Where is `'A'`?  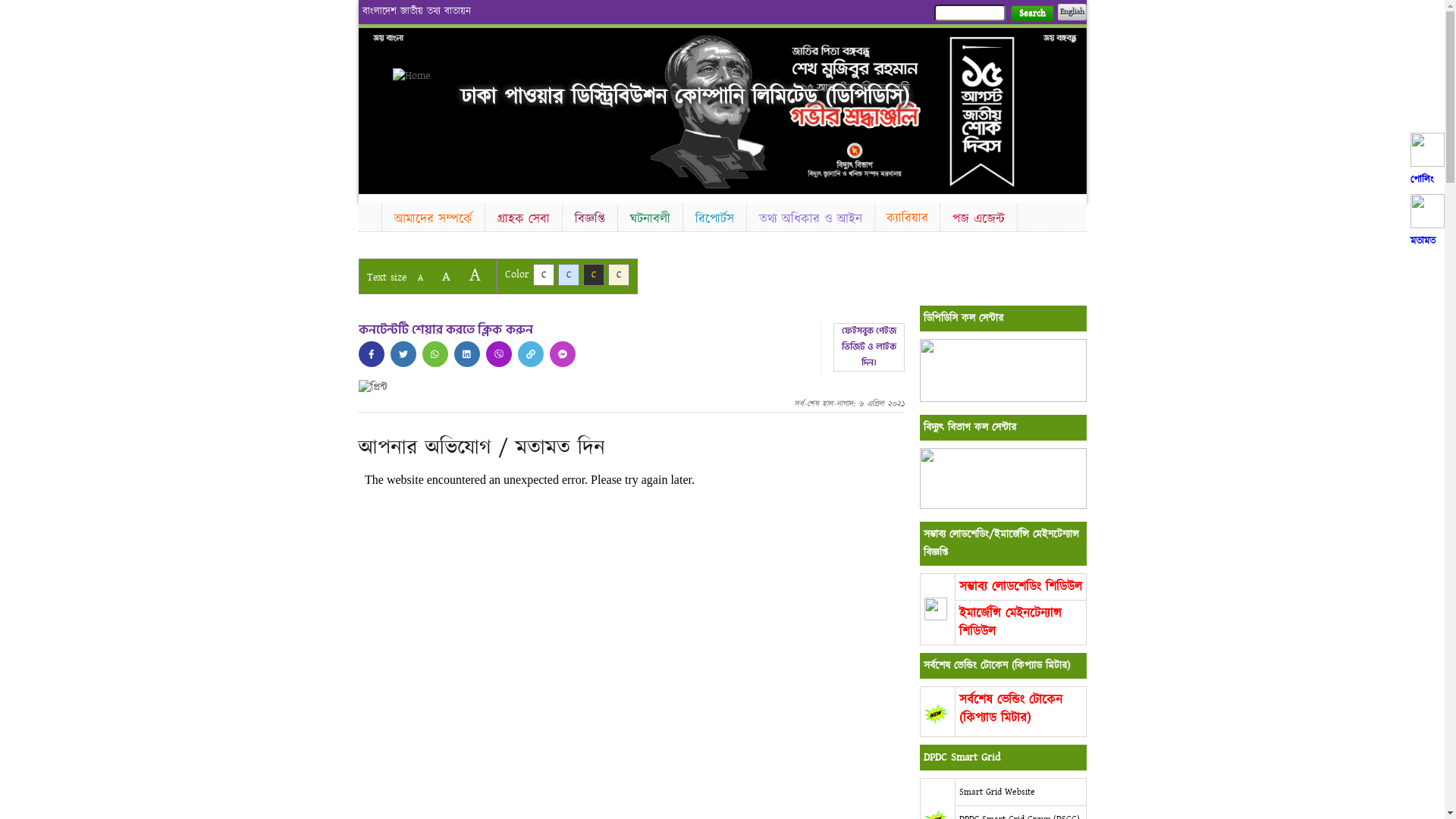 'A' is located at coordinates (473, 275).